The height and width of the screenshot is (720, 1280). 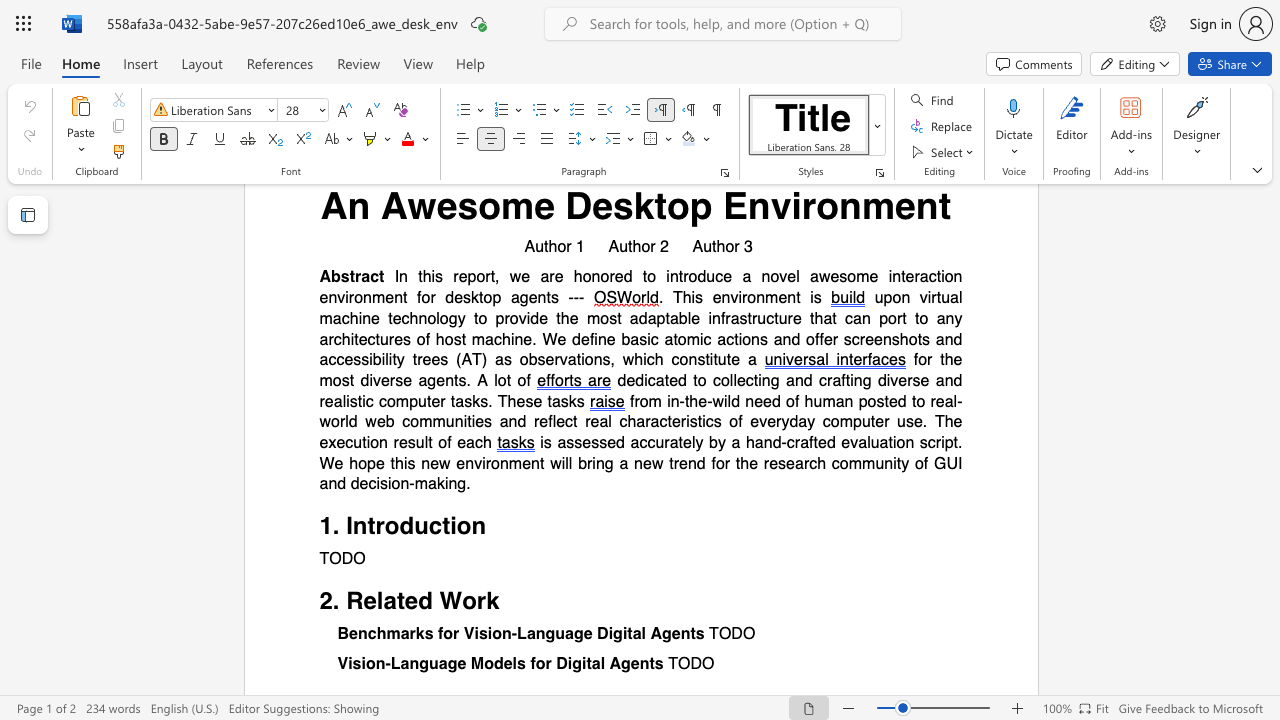 What do you see at coordinates (367, 525) in the screenshot?
I see `the subset text "troduct" within the text "1. Introduction"` at bounding box center [367, 525].